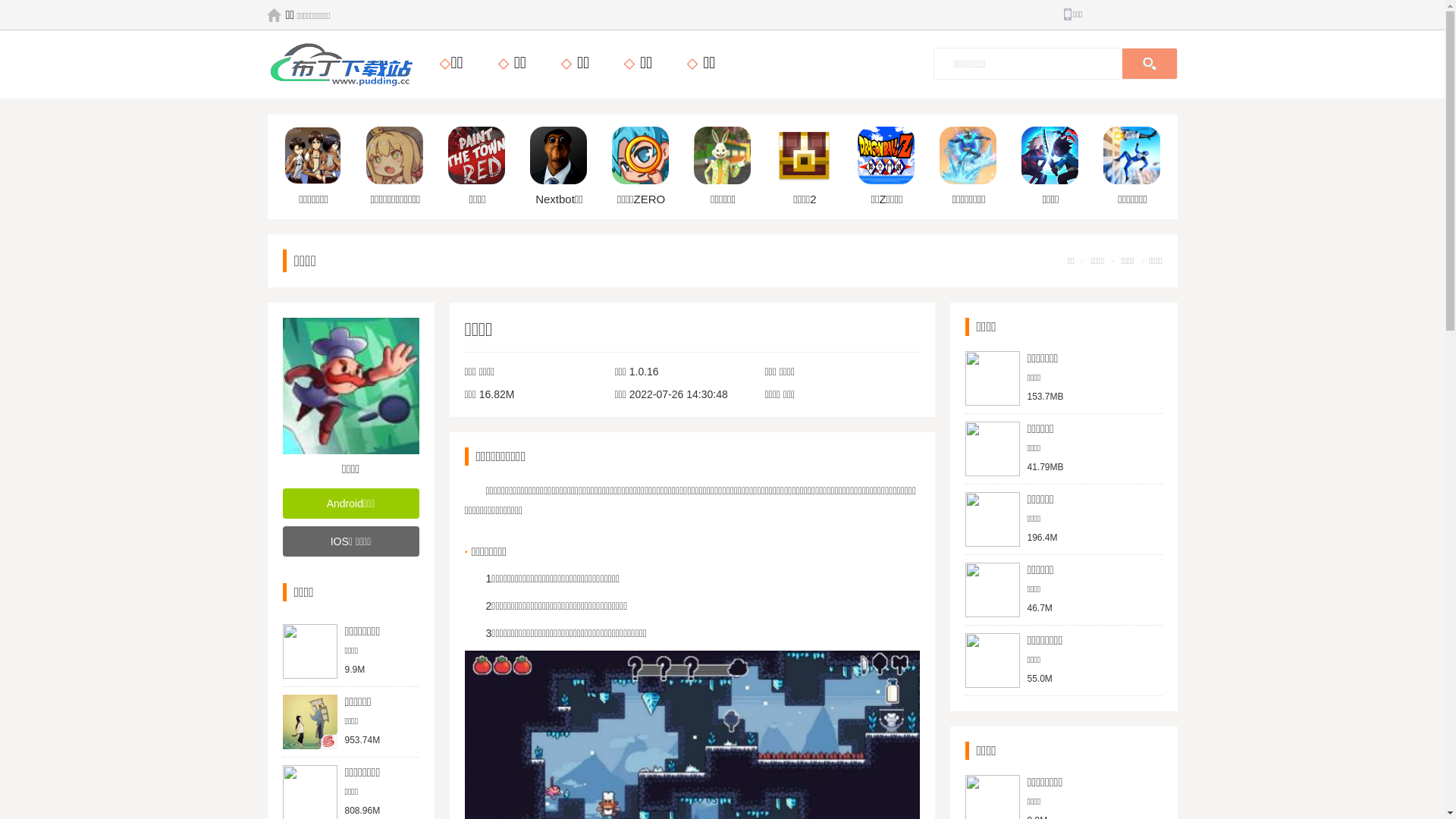  I want to click on '16.82M', so click(497, 394).